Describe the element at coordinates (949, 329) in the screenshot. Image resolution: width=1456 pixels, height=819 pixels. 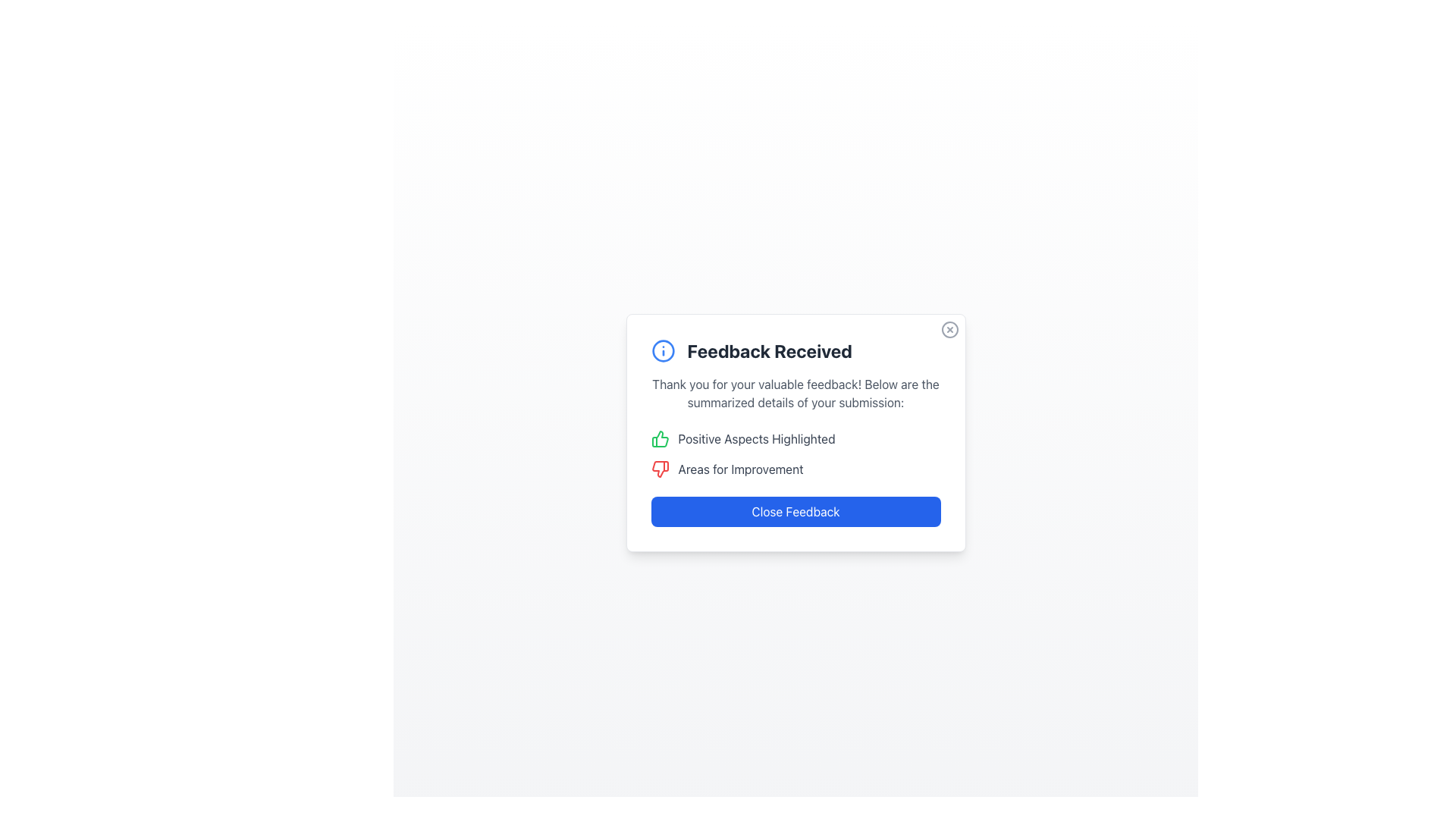
I see `the close button located` at that location.